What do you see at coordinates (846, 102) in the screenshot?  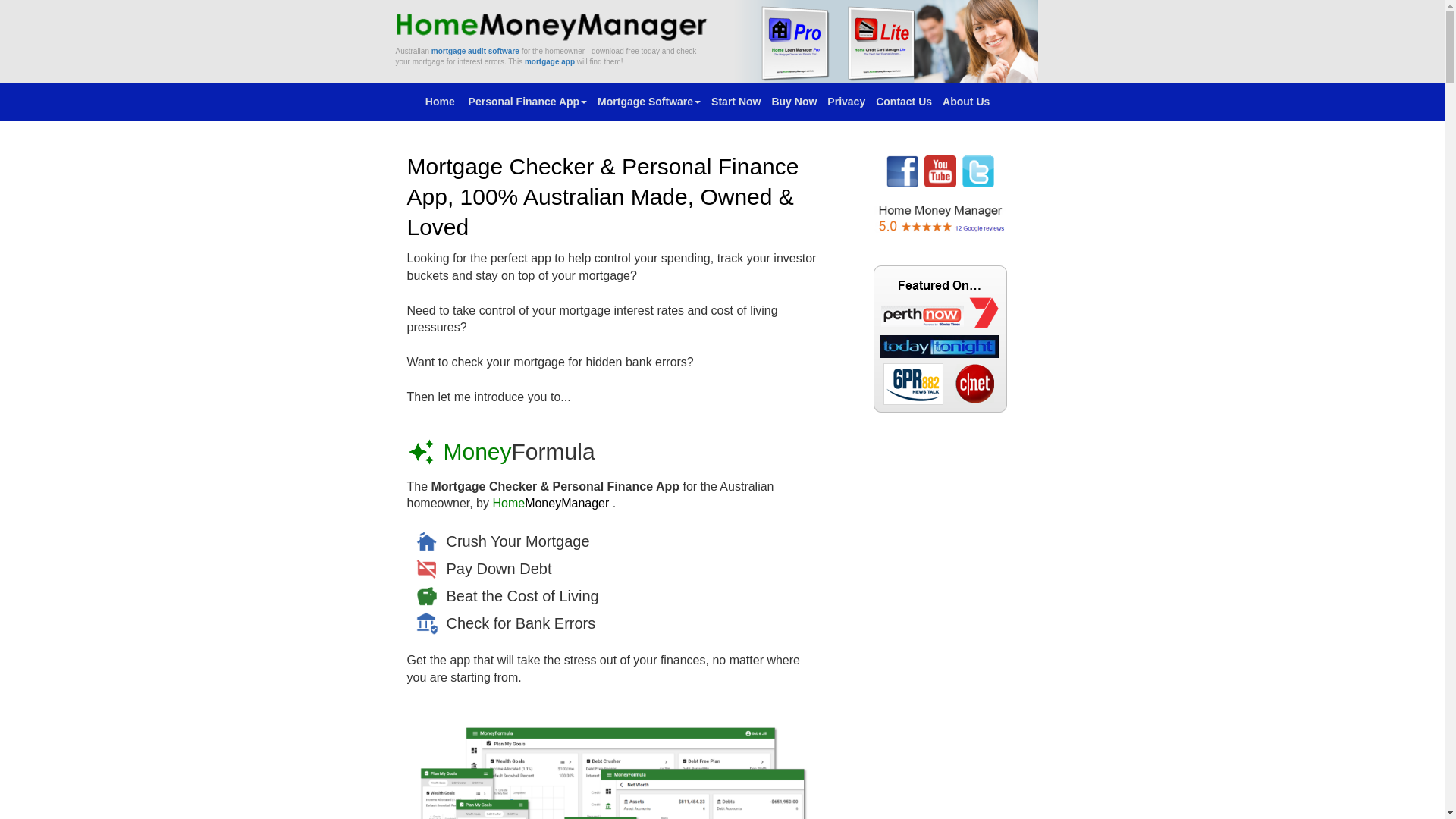 I see `'Privacy'` at bounding box center [846, 102].